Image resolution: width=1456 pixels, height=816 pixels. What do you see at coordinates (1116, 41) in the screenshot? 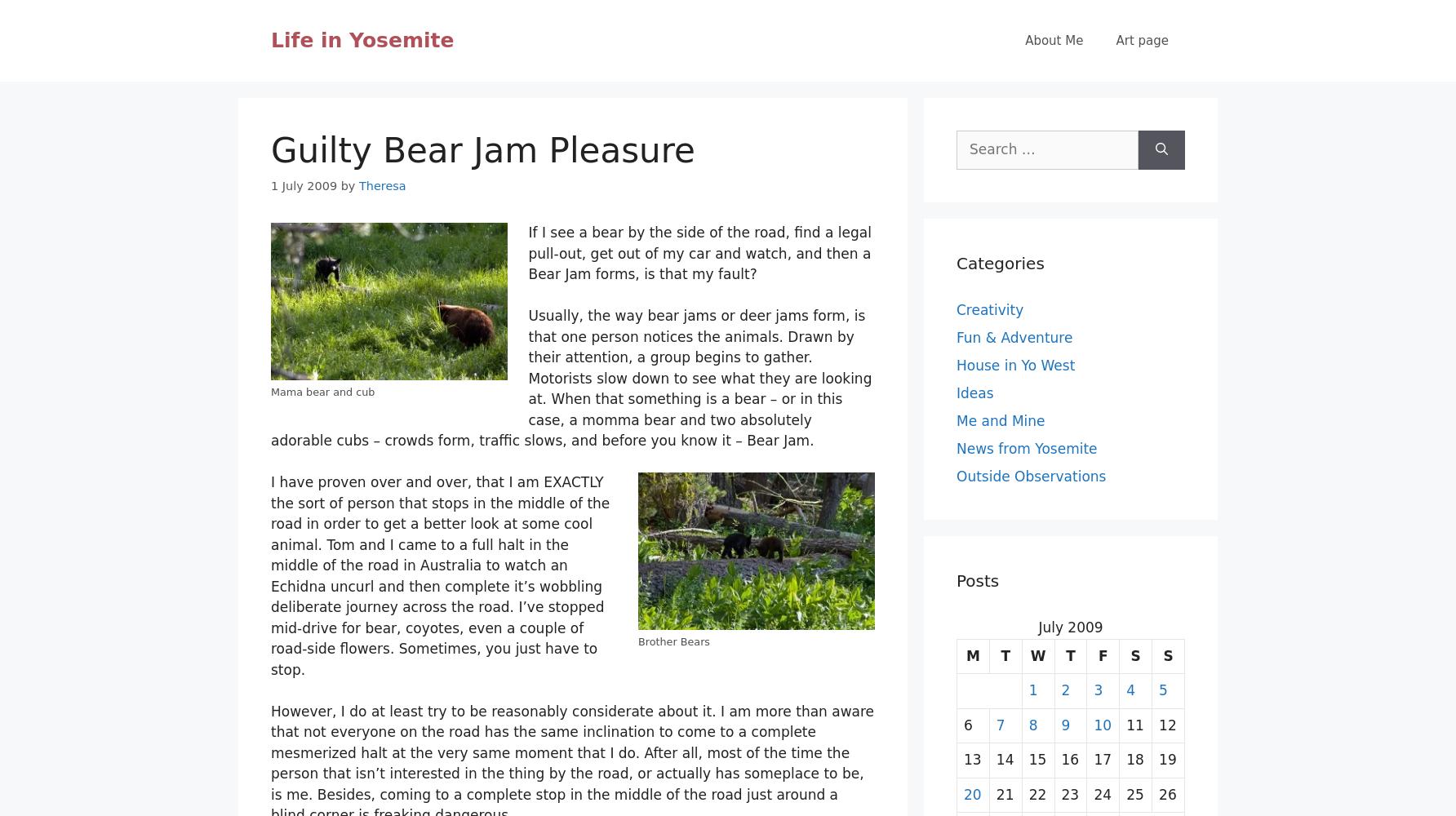
I see `'Art page'` at bounding box center [1116, 41].